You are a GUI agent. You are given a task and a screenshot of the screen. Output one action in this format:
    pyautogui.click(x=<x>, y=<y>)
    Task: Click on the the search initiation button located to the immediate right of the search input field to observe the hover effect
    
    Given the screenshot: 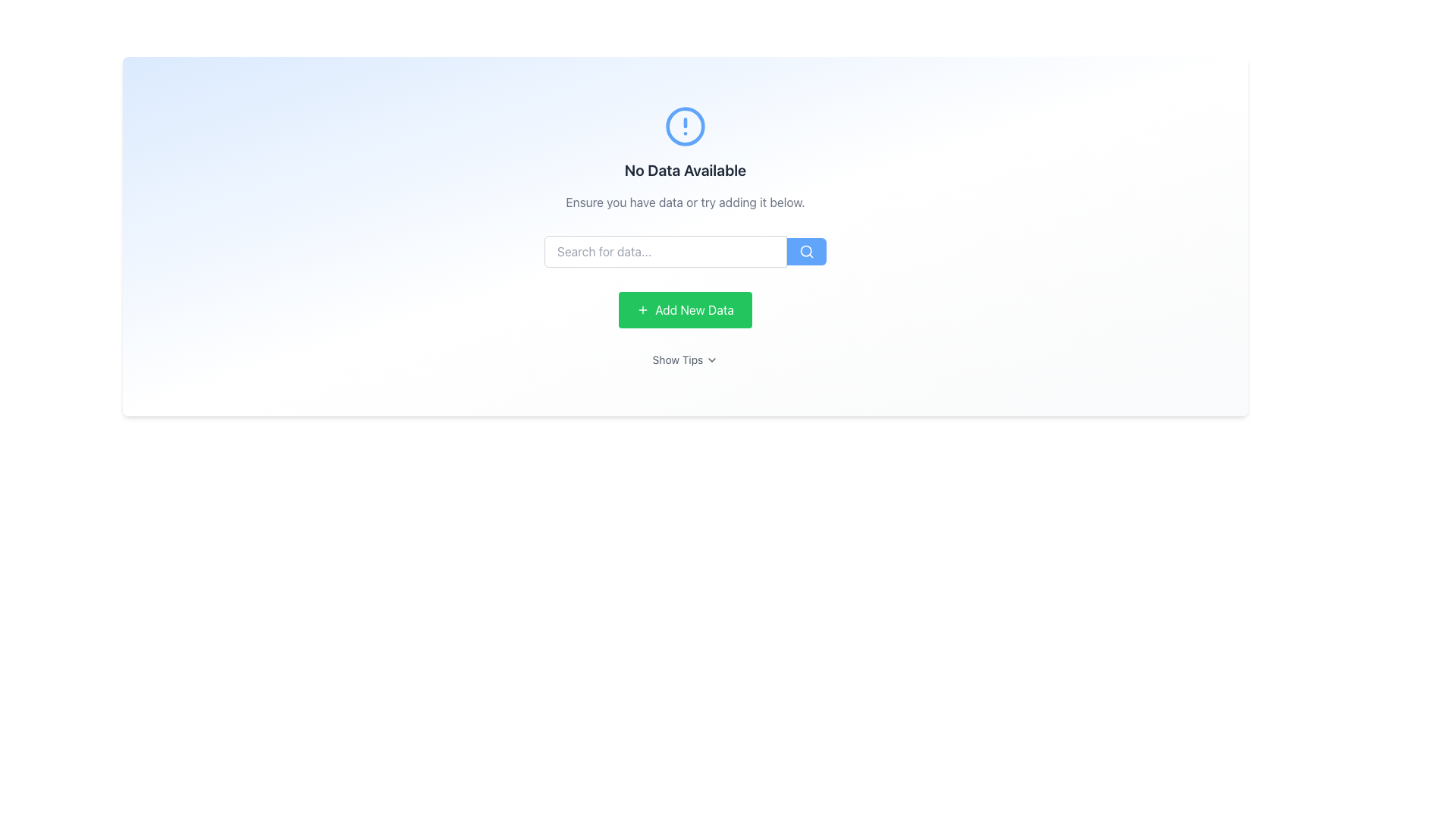 What is the action you would take?
    pyautogui.click(x=806, y=250)
    